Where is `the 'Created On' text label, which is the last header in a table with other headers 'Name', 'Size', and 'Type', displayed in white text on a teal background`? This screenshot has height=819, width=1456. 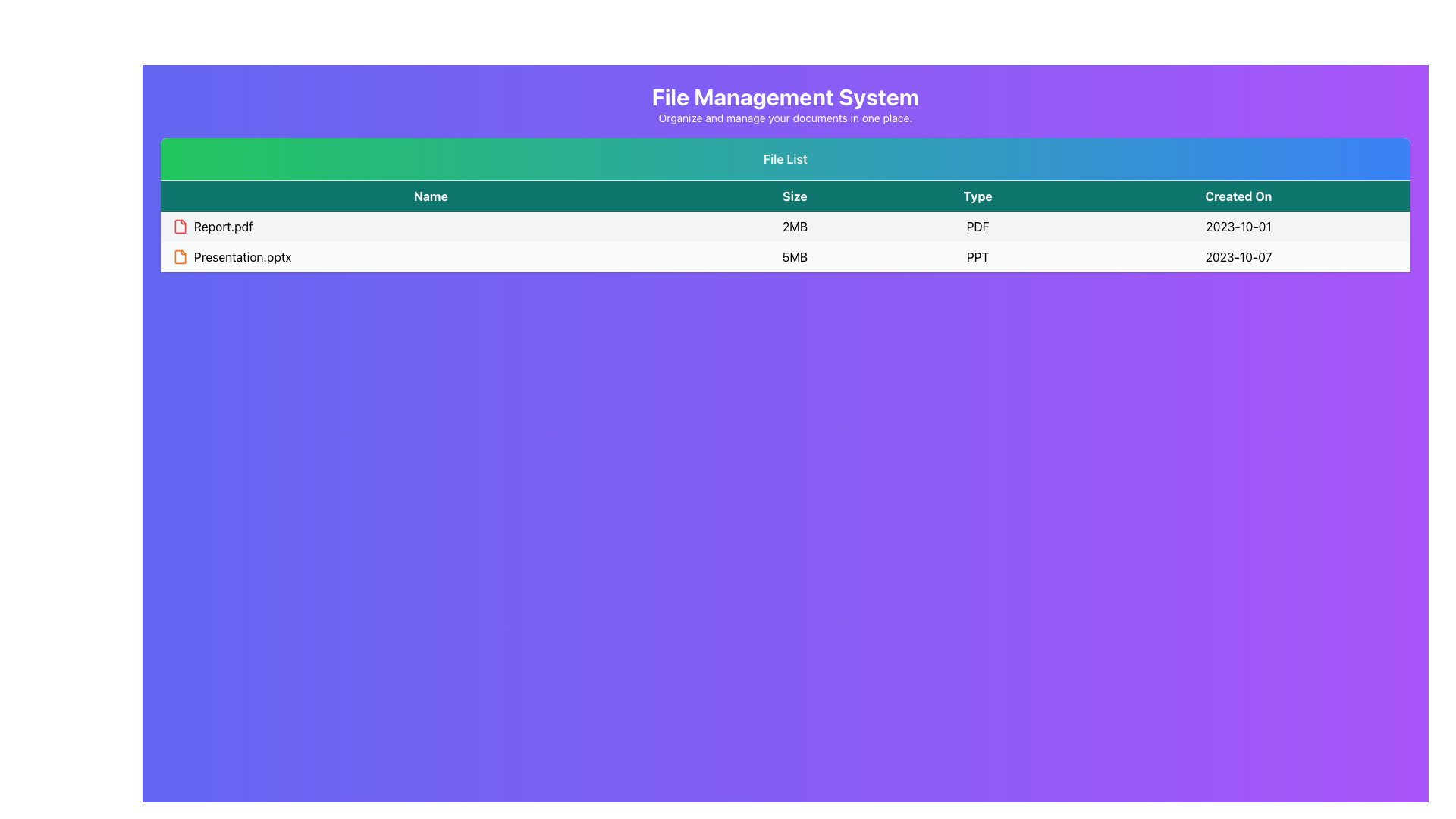
the 'Created On' text label, which is the last header in a table with other headers 'Name', 'Size', and 'Type', displayed in white text on a teal background is located at coordinates (1238, 195).